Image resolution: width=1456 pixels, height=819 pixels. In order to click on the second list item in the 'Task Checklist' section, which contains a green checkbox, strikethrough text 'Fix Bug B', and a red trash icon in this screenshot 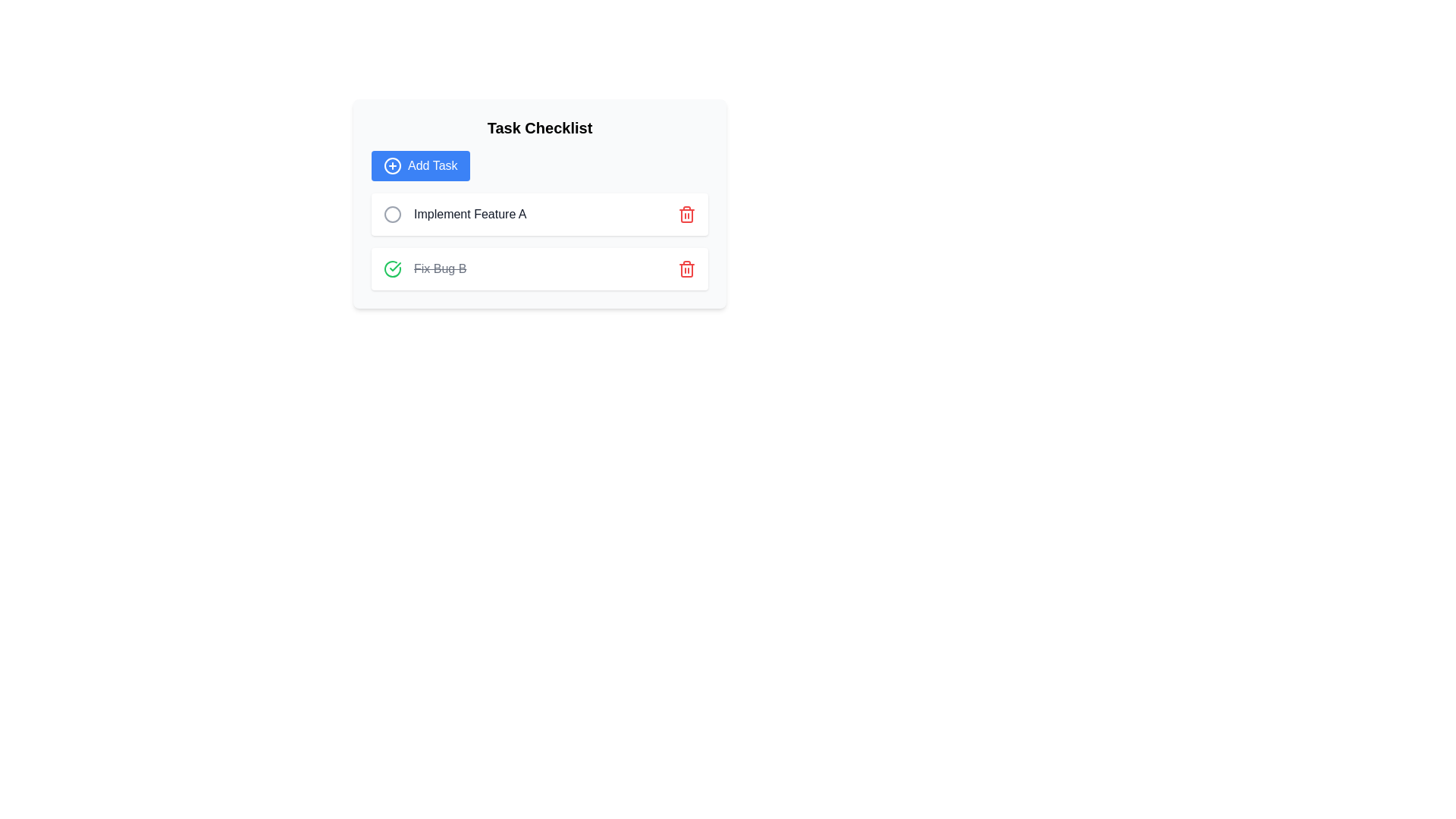, I will do `click(539, 268)`.